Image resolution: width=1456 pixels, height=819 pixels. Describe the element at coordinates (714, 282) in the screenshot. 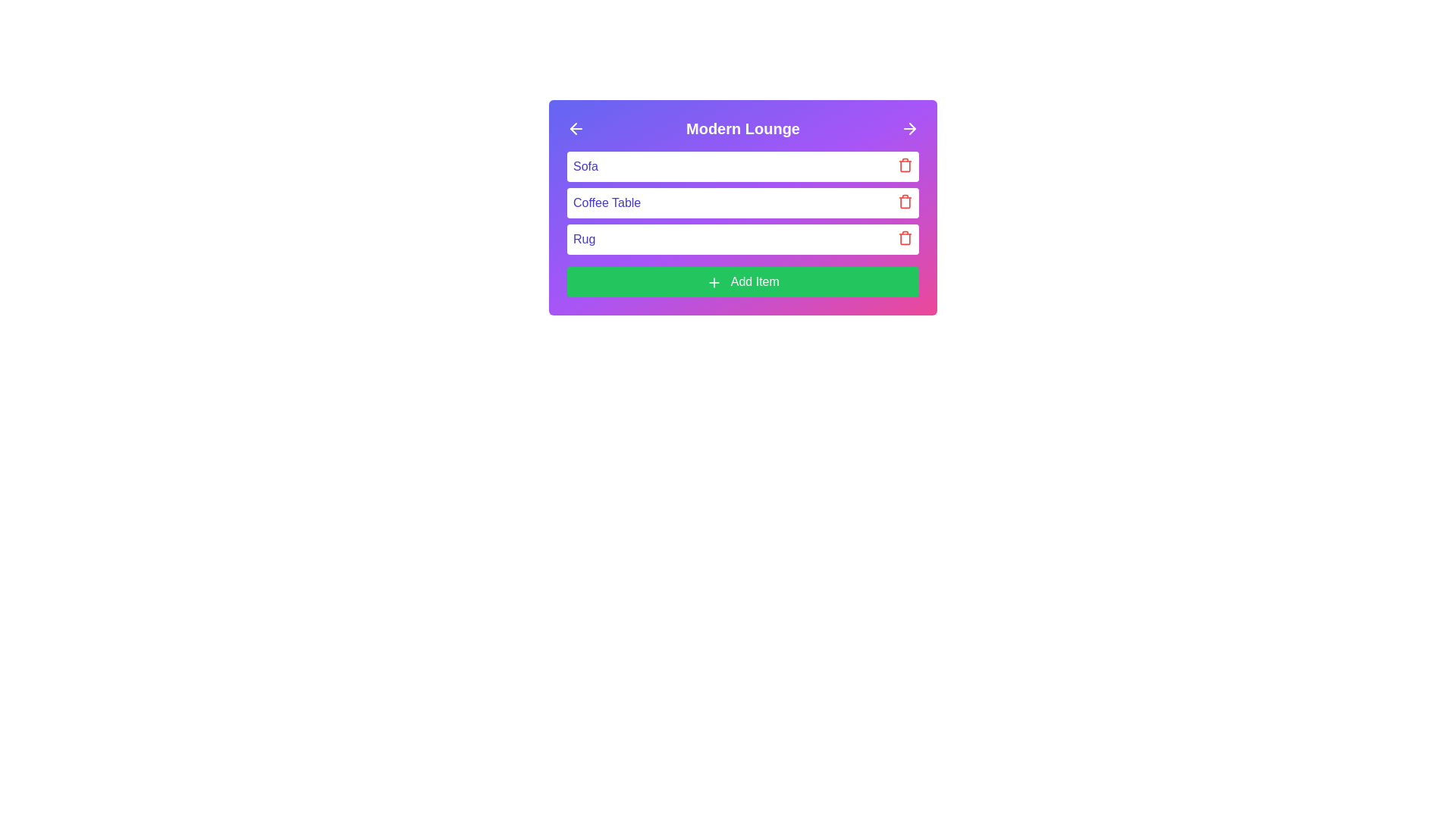

I see `the green plus sign icon within the 'Add Item' button located at the center of the modal box` at that location.